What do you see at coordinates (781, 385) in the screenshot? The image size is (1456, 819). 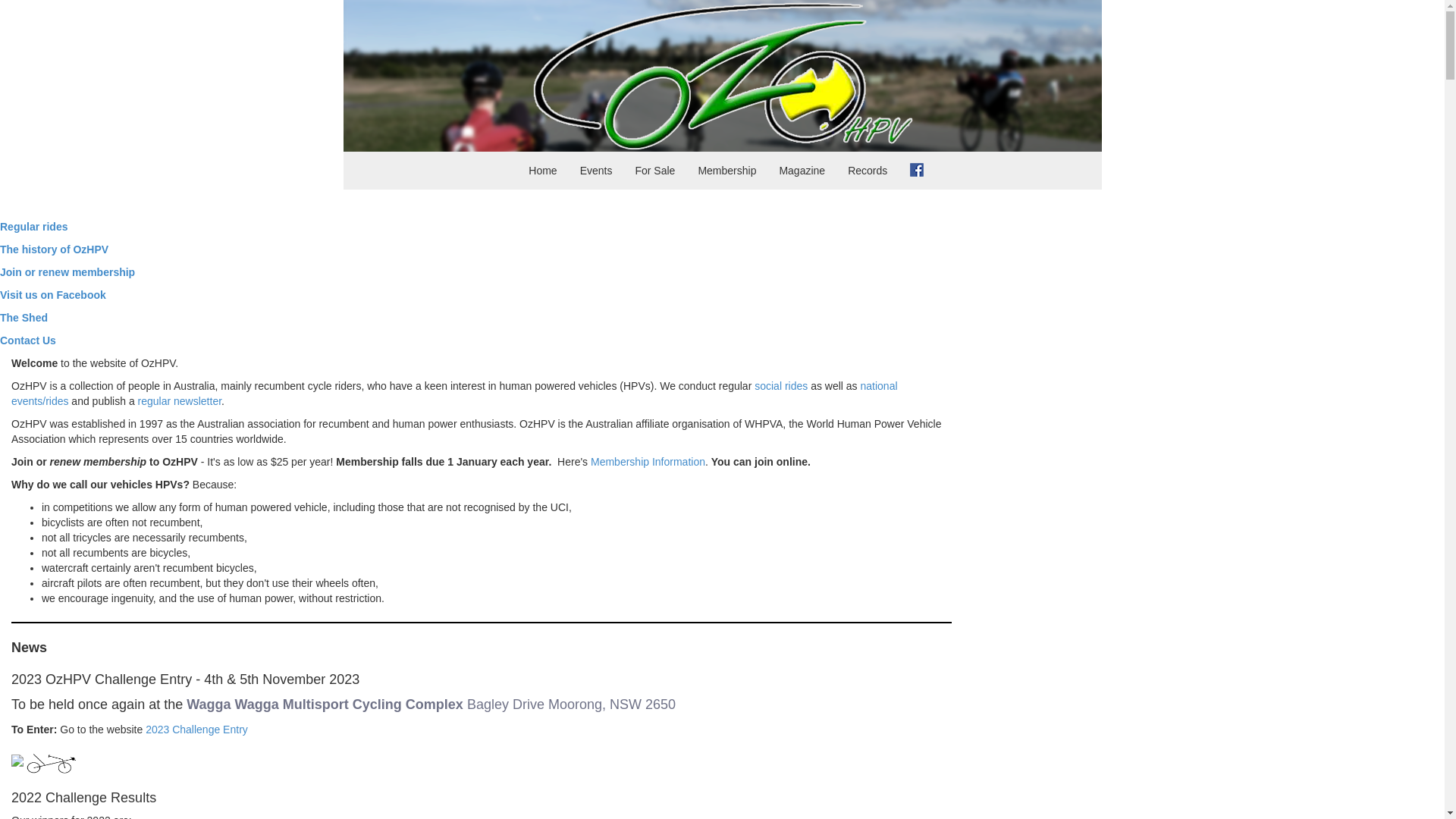 I see `'social rides'` at bounding box center [781, 385].